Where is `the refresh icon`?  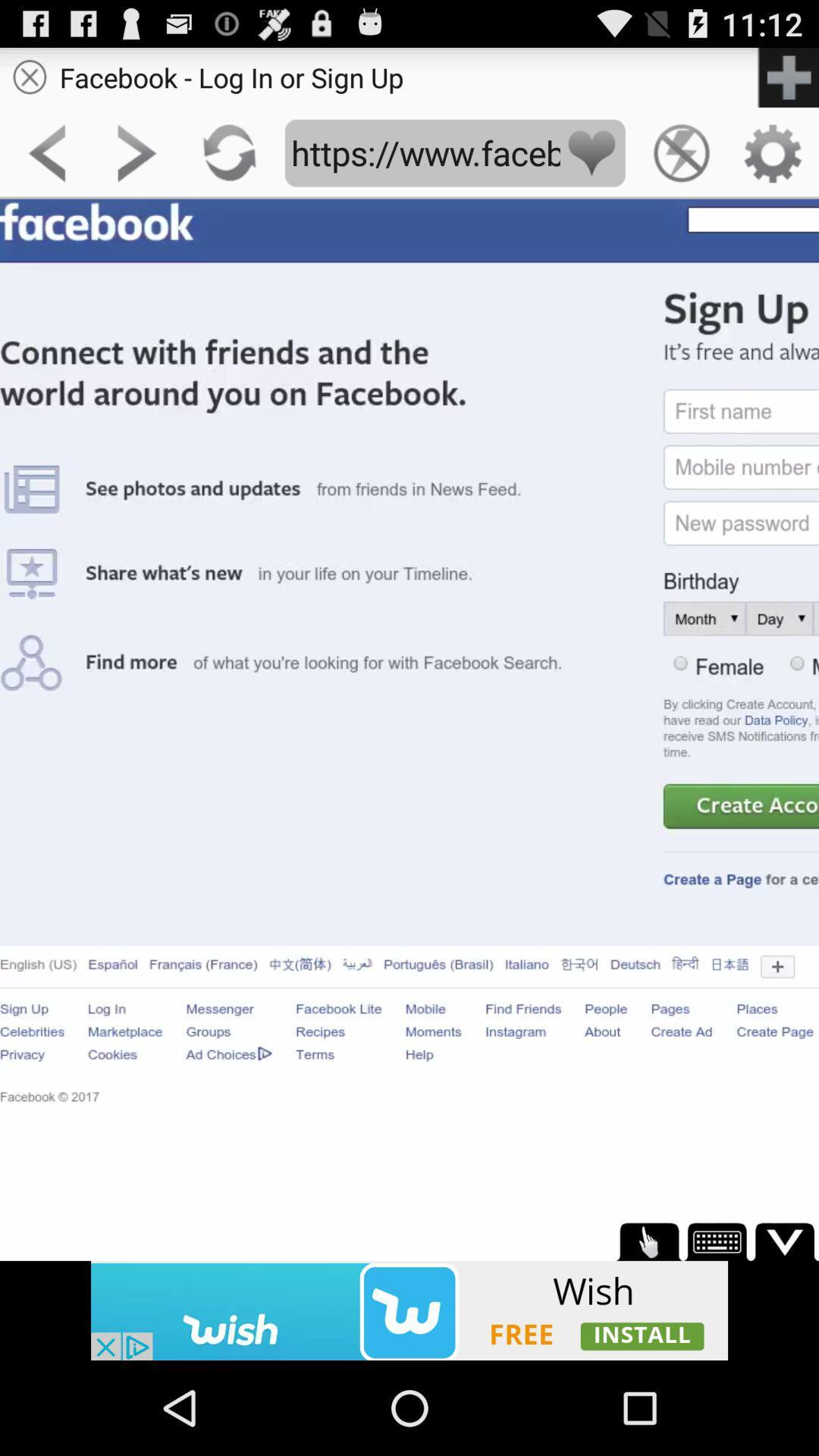 the refresh icon is located at coordinates (228, 164).